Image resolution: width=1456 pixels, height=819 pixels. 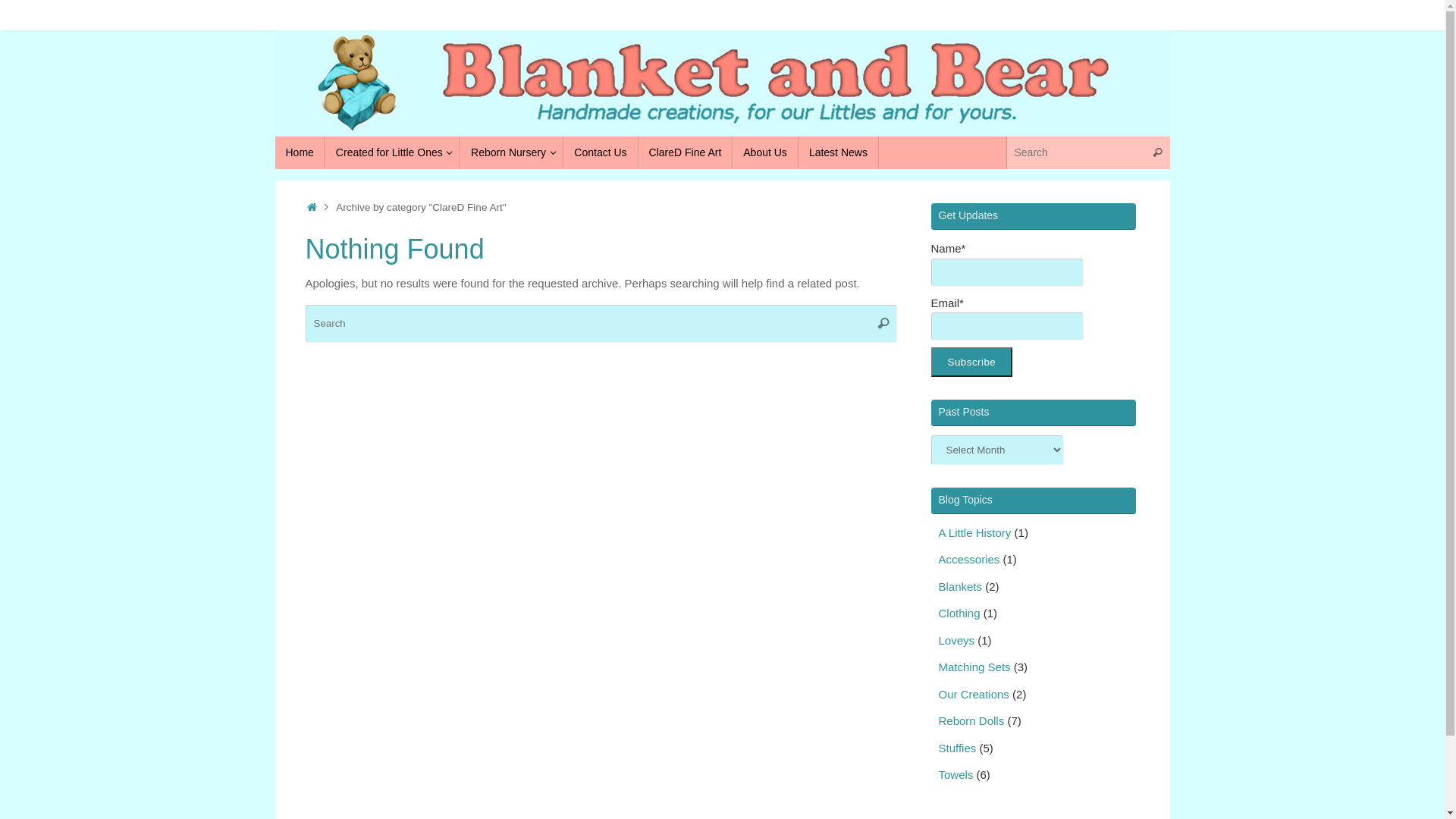 What do you see at coordinates (968, 559) in the screenshot?
I see `'Accessories'` at bounding box center [968, 559].